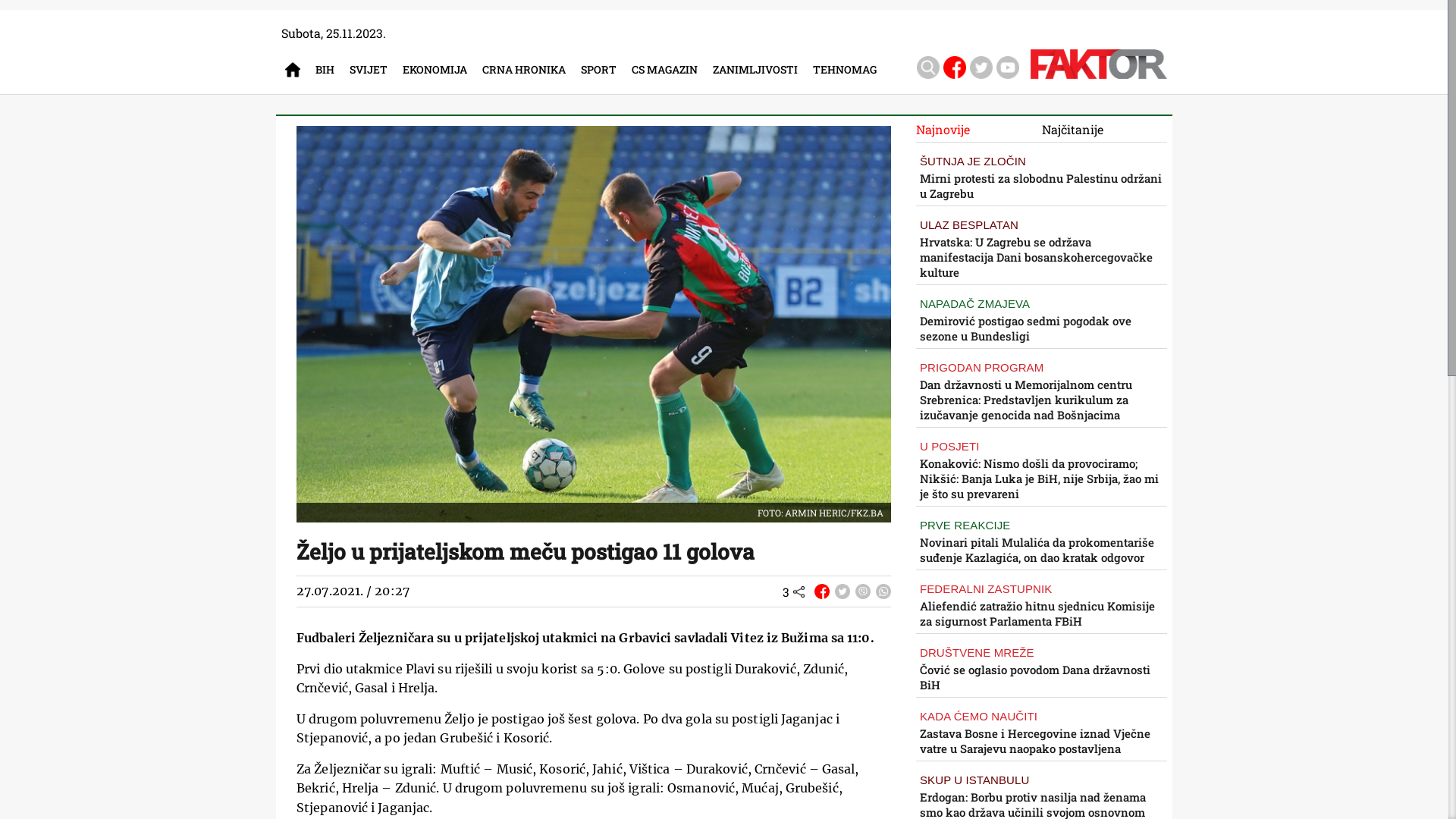 The height and width of the screenshot is (819, 1456). What do you see at coordinates (328, 69) in the screenshot?
I see `'BIH'` at bounding box center [328, 69].